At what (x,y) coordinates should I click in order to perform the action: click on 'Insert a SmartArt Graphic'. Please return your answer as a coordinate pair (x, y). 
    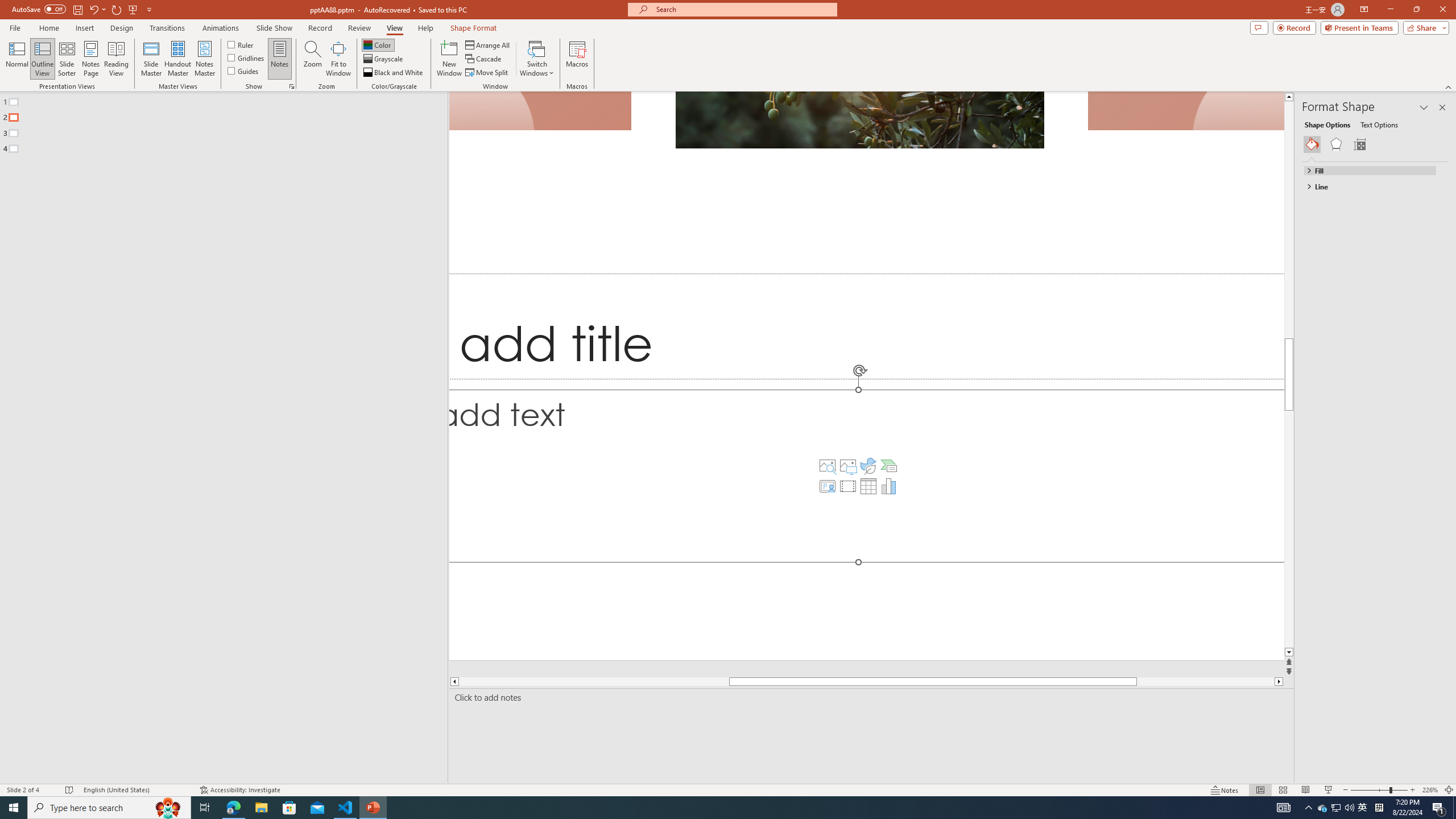
    Looking at the image, I should click on (888, 466).